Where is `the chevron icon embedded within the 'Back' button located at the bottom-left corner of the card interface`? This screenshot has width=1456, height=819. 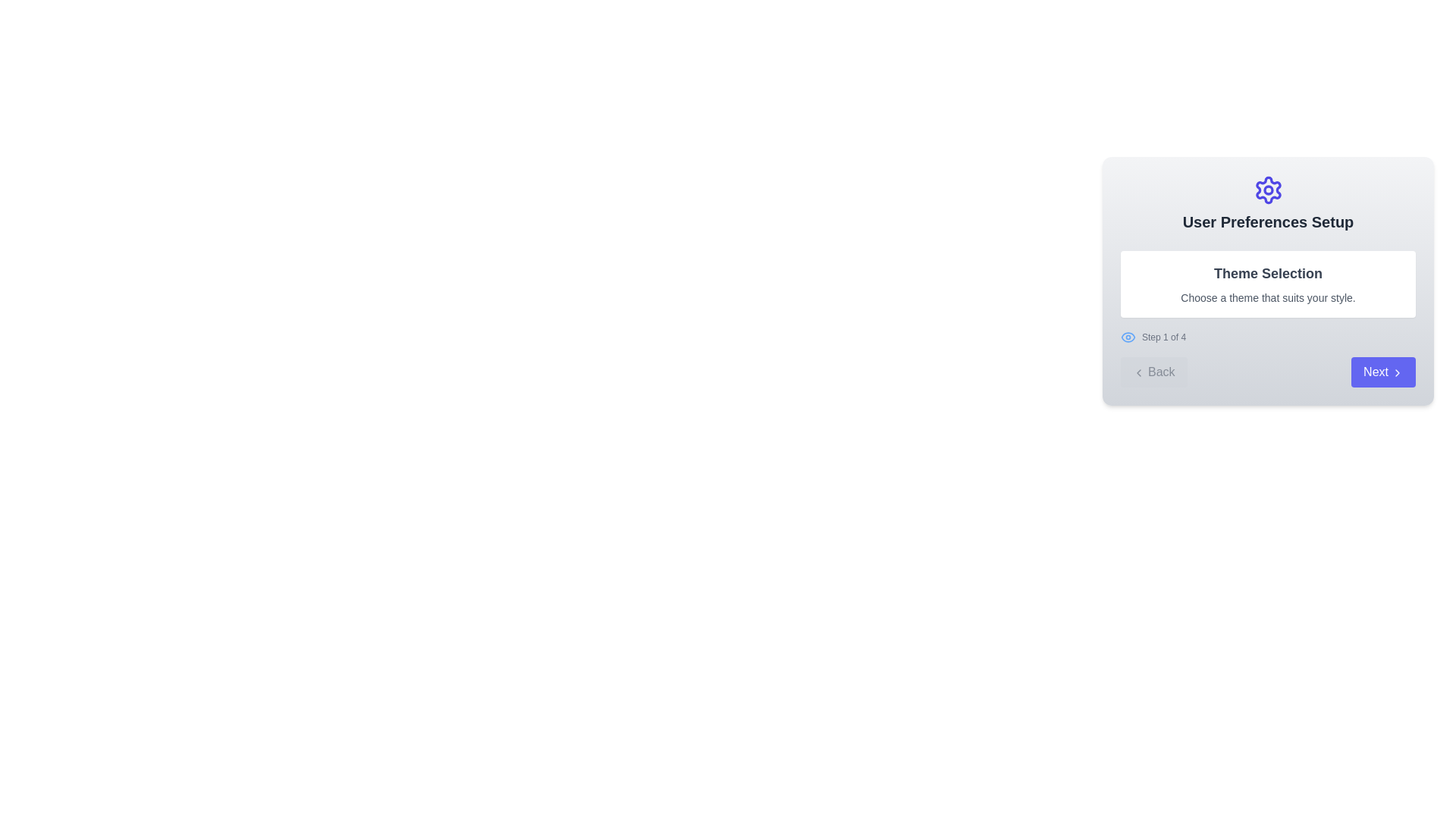 the chevron icon embedded within the 'Back' button located at the bottom-left corner of the card interface is located at coordinates (1139, 372).